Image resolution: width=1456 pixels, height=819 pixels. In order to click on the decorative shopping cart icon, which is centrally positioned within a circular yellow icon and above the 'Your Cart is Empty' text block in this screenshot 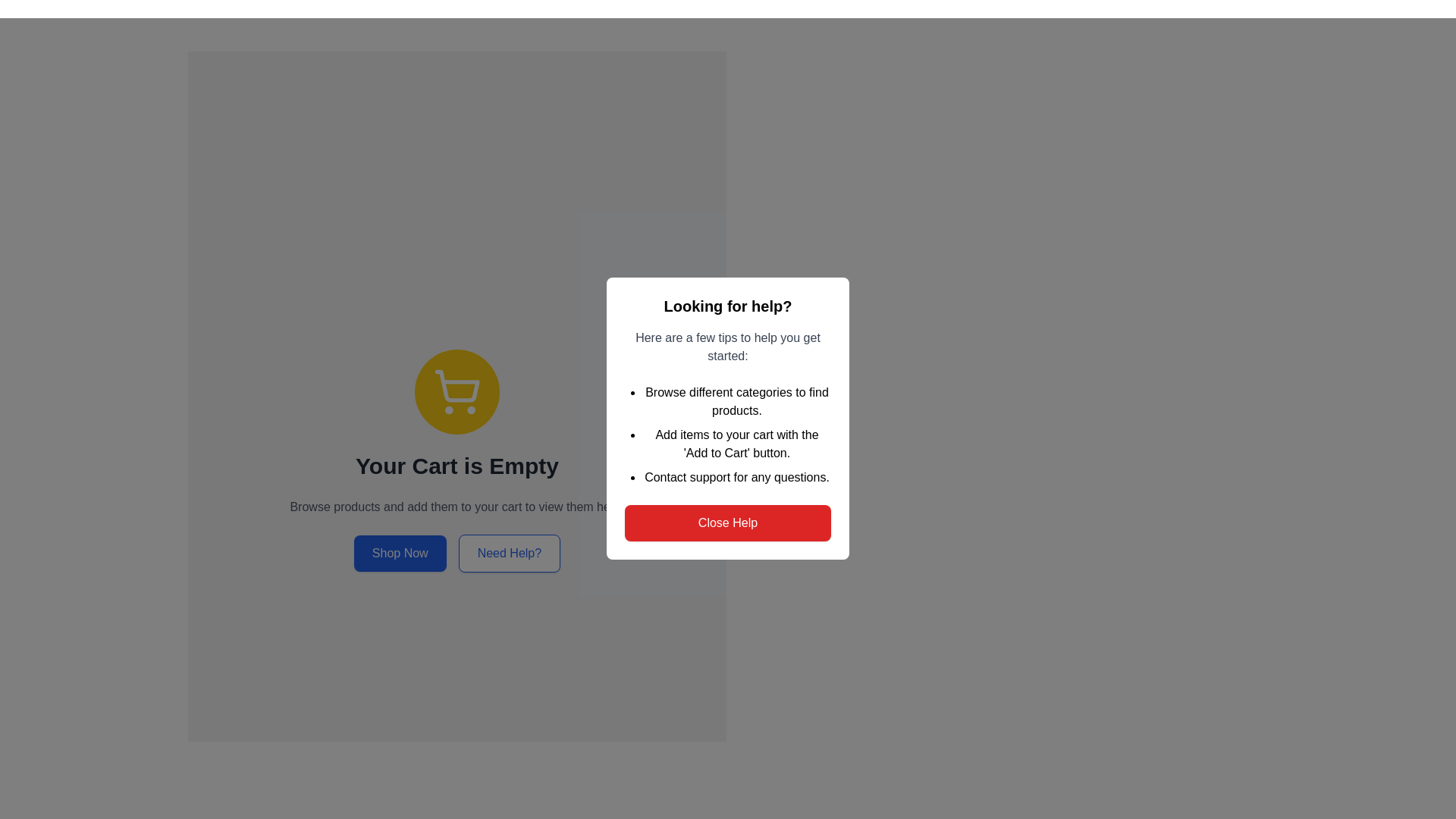, I will do `click(457, 385)`.